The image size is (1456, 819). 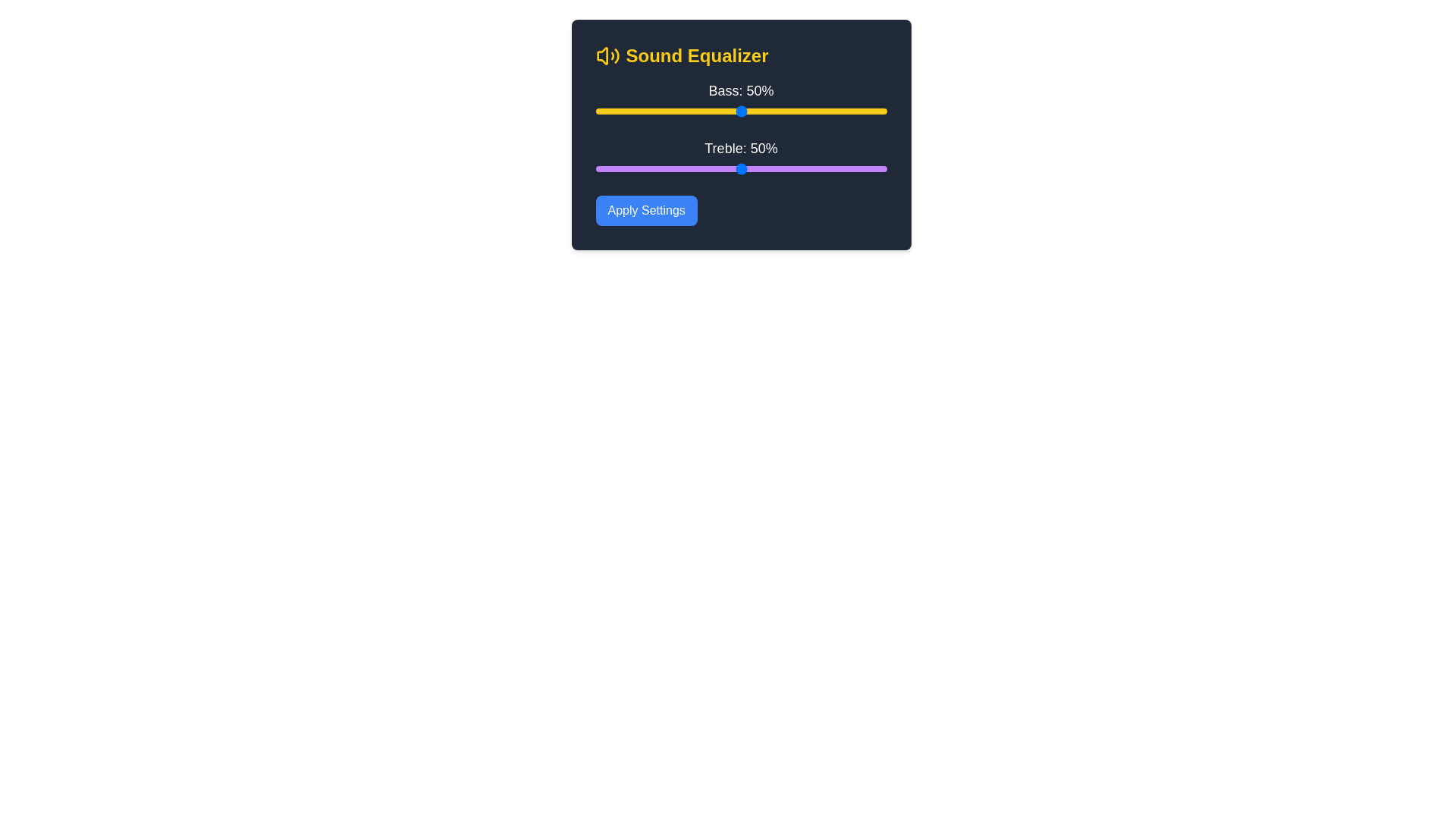 What do you see at coordinates (764, 169) in the screenshot?
I see `the treble slider to 58%` at bounding box center [764, 169].